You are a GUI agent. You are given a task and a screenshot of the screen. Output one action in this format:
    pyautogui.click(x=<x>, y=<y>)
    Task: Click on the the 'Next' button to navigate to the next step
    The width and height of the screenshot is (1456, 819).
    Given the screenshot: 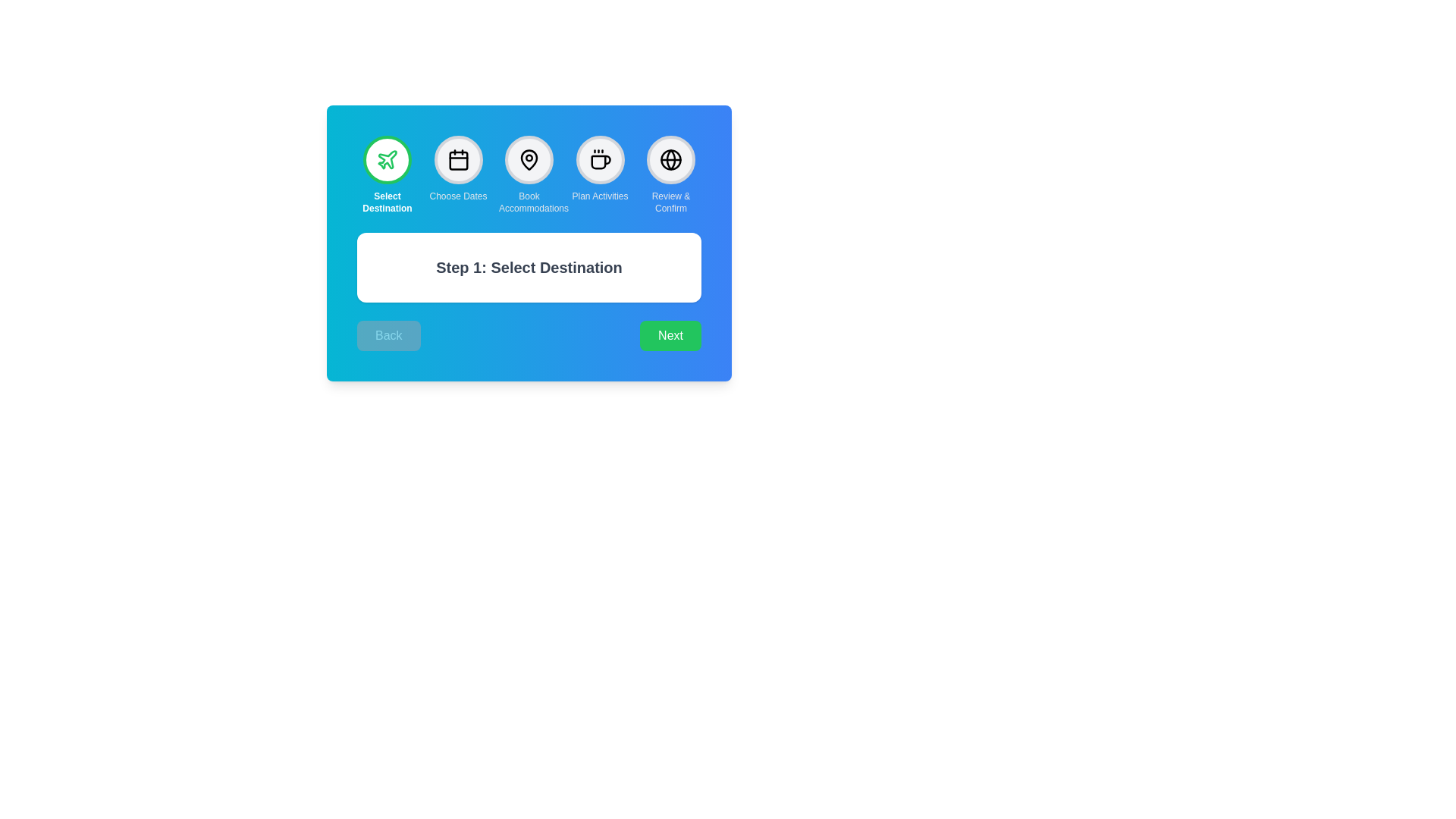 What is the action you would take?
    pyautogui.click(x=670, y=335)
    